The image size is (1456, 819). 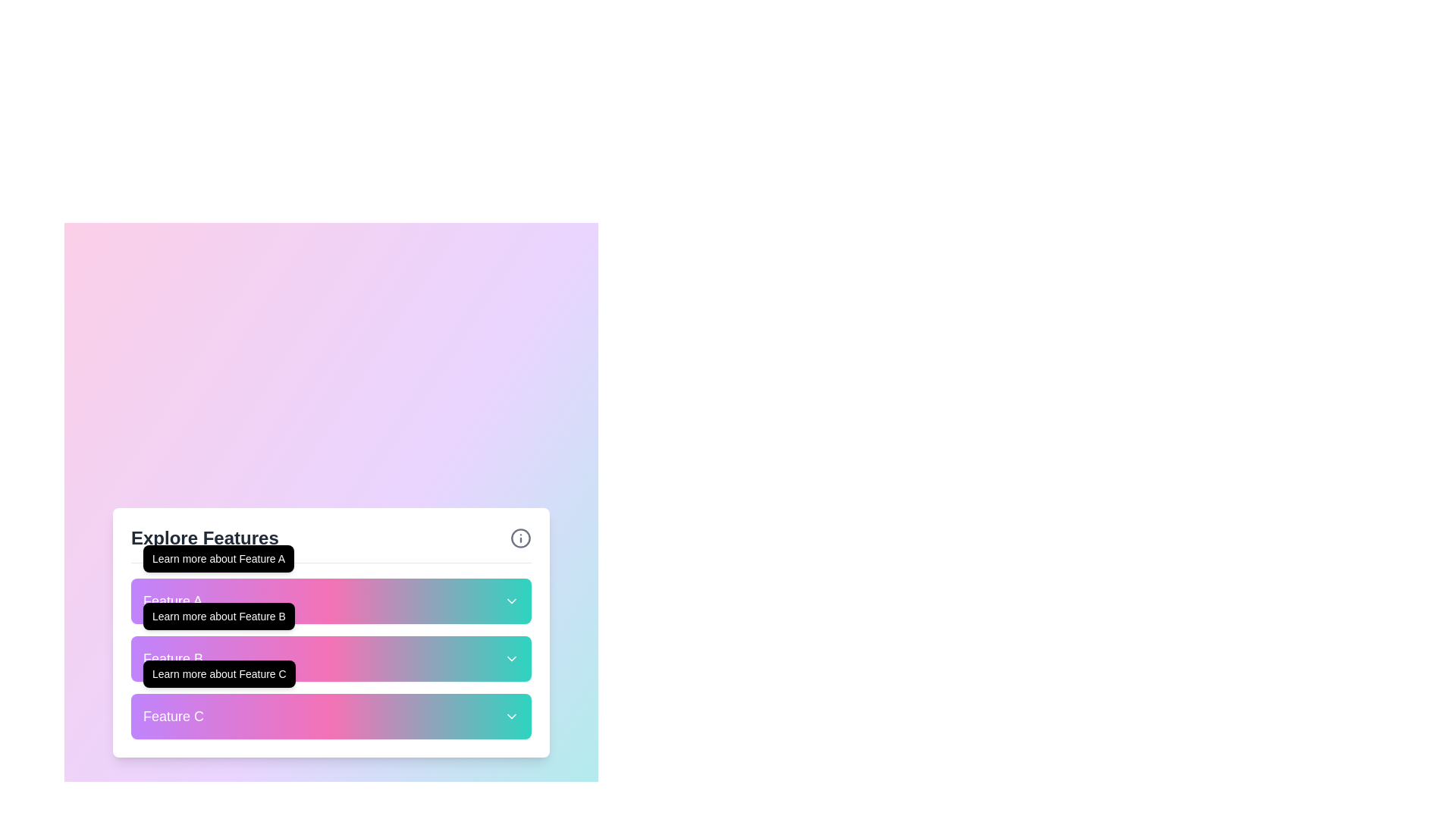 What do you see at coordinates (512, 657) in the screenshot?
I see `the Dropdown indicator icon located on the far right side of the 'Feature B' section` at bounding box center [512, 657].